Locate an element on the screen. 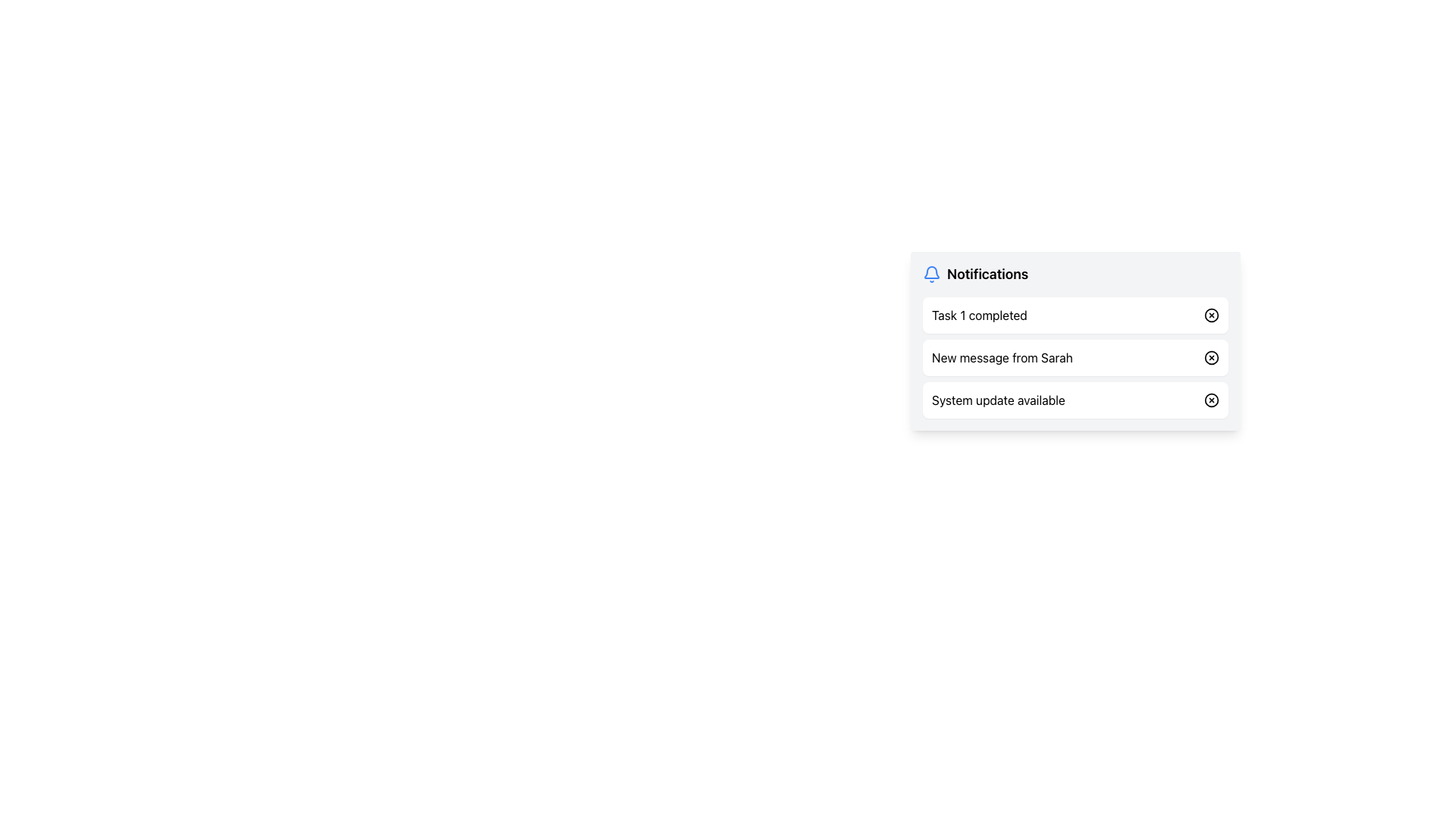 The width and height of the screenshot is (1456, 819). circular part of the 'X' icon located in the second notification entry of the notification panel, which has a black outline and is aligned with the center of the entry is located at coordinates (1211, 357).